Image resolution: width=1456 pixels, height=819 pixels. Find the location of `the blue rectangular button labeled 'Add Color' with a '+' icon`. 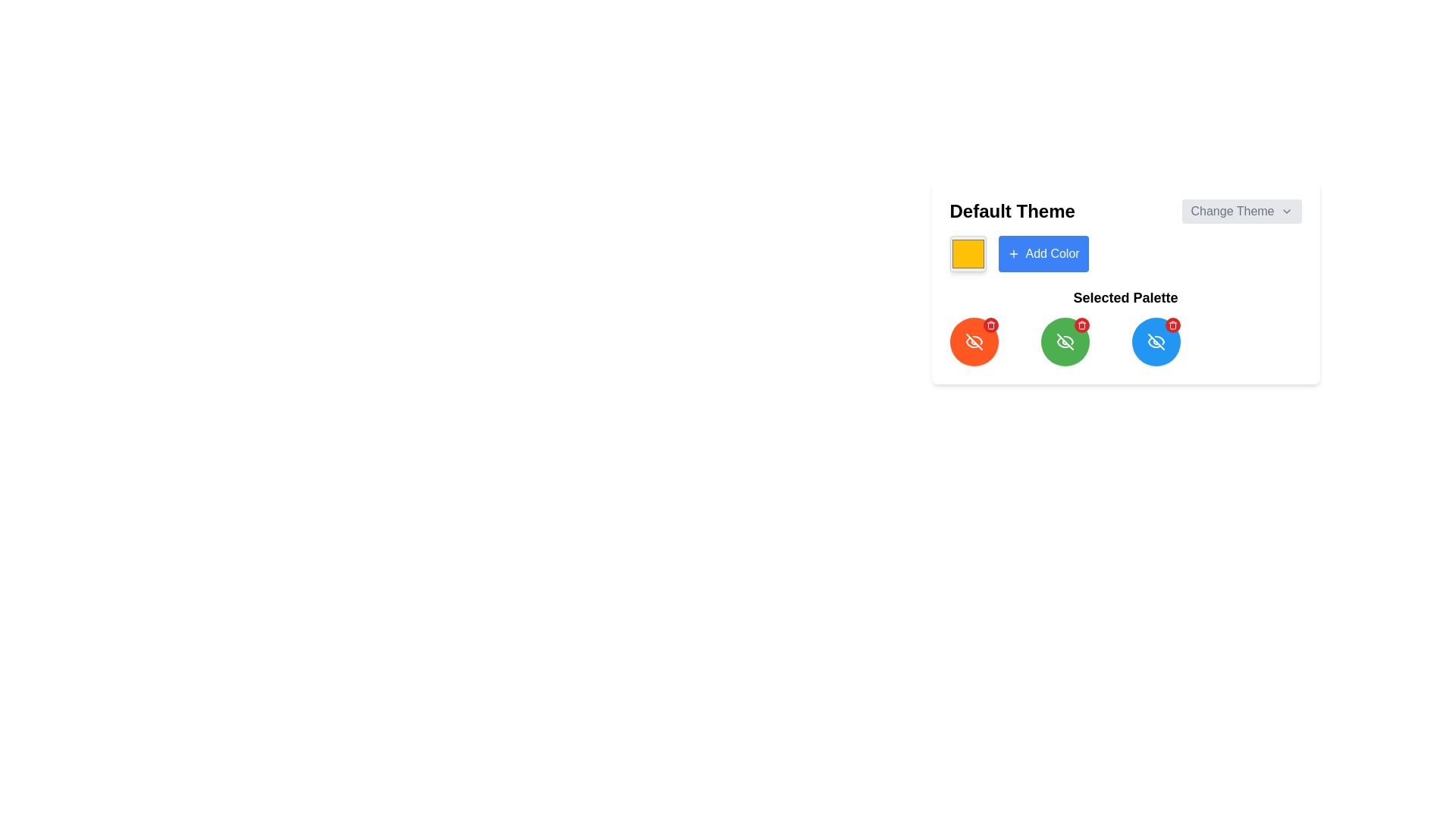

the blue rectangular button labeled 'Add Color' with a '+' icon is located at coordinates (1052, 253).